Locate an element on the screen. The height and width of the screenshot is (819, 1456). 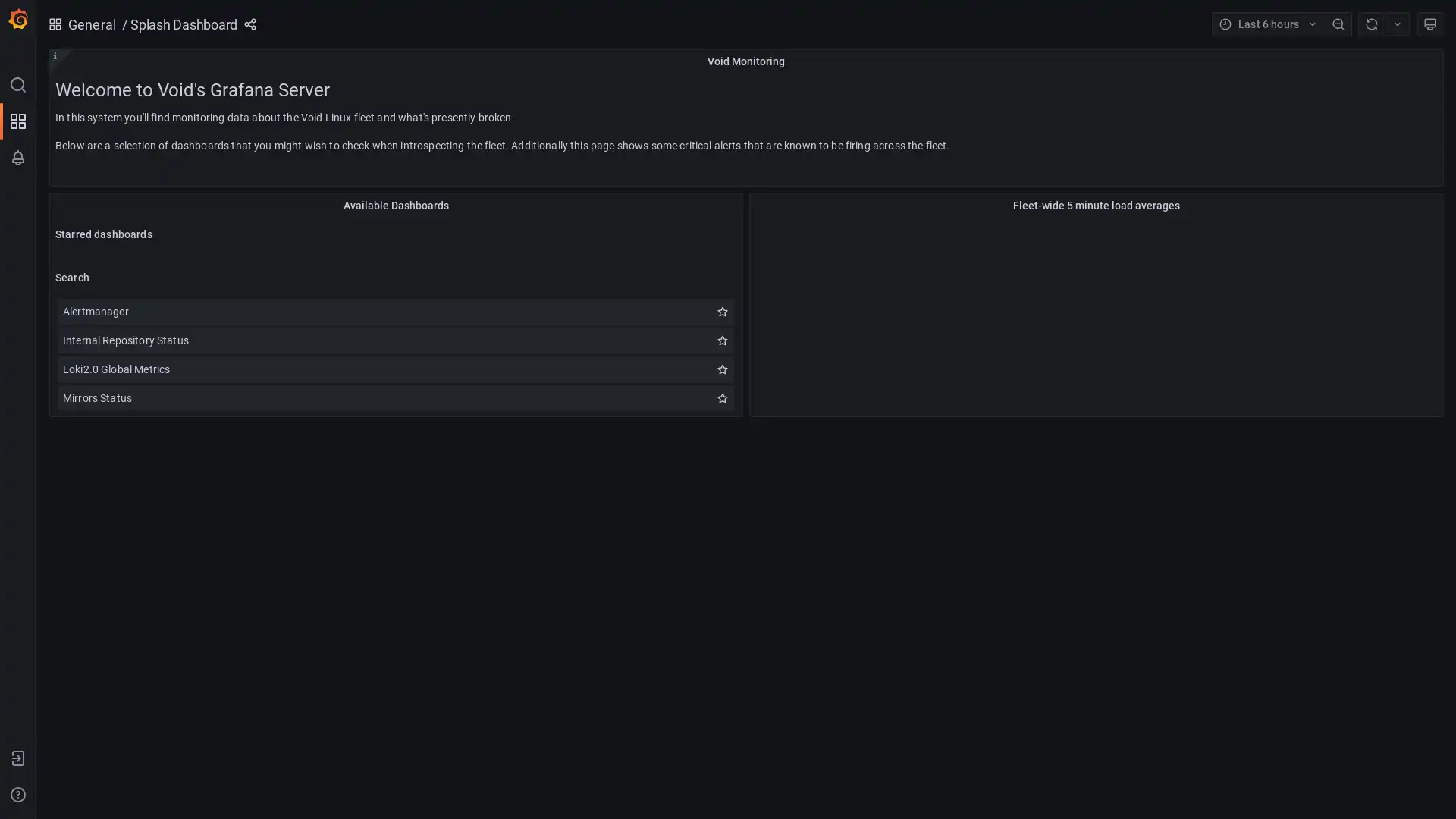
Zoom out time range is located at coordinates (1338, 24).